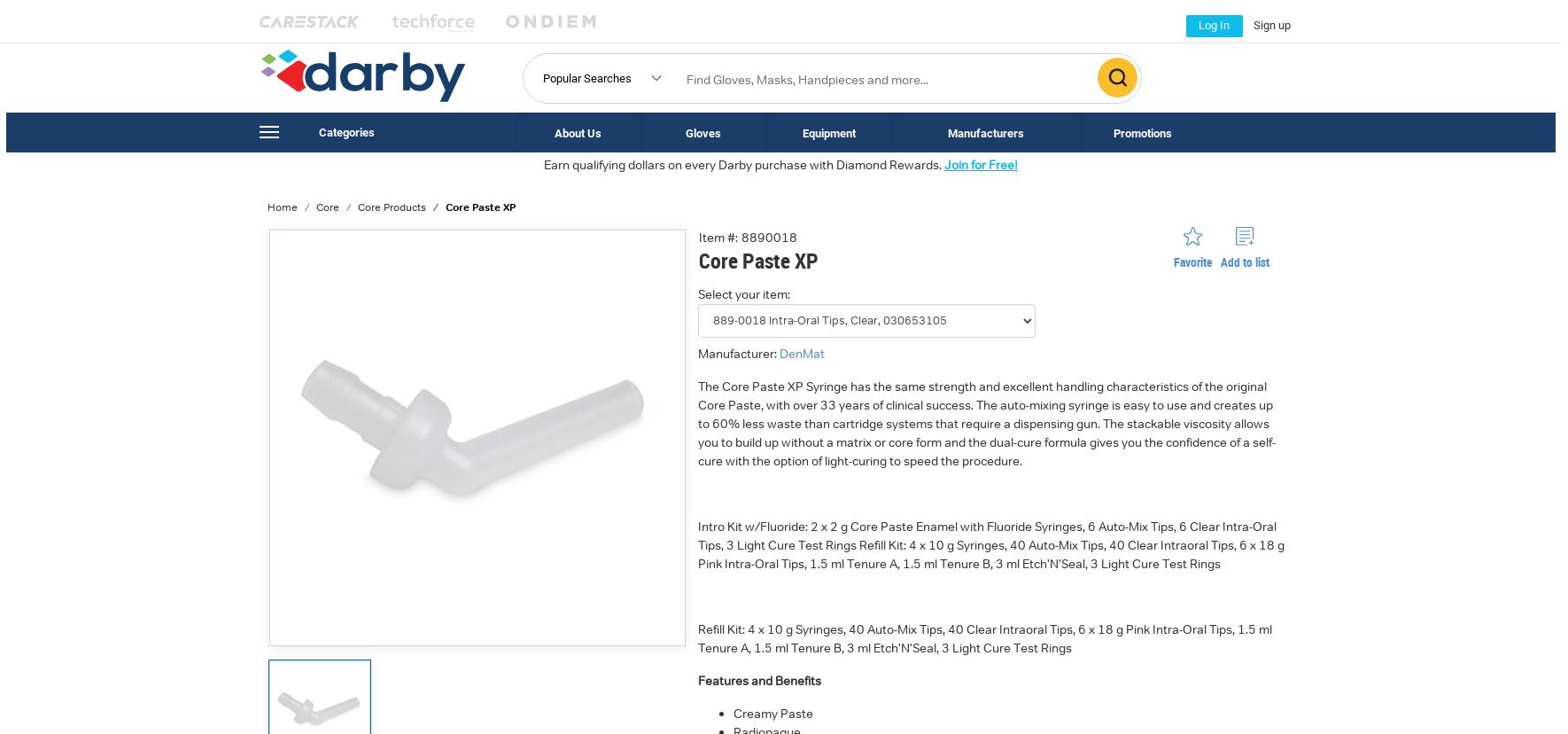 This screenshot has width=1568, height=734. Describe the element at coordinates (1111, 133) in the screenshot. I see `'Promotions'` at that location.